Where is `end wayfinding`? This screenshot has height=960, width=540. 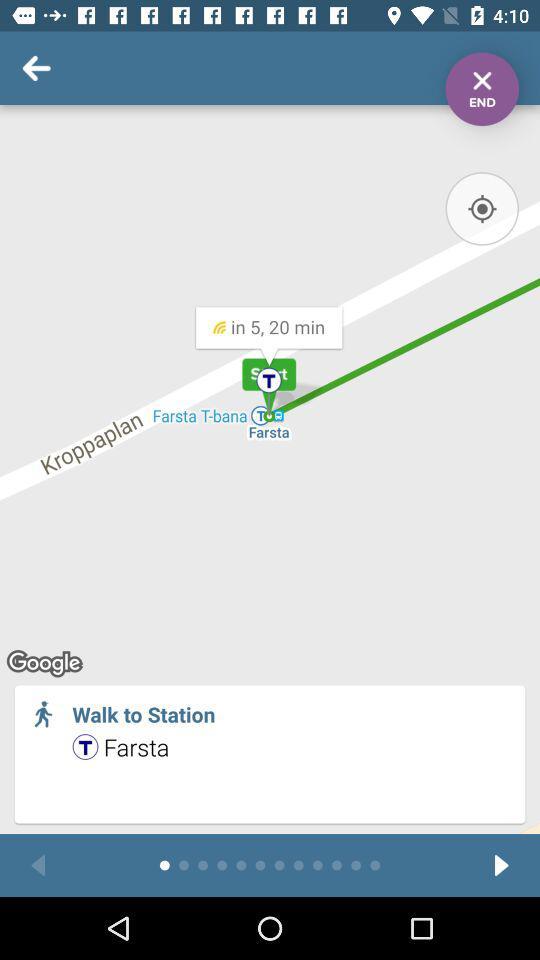
end wayfinding is located at coordinates (481, 89).